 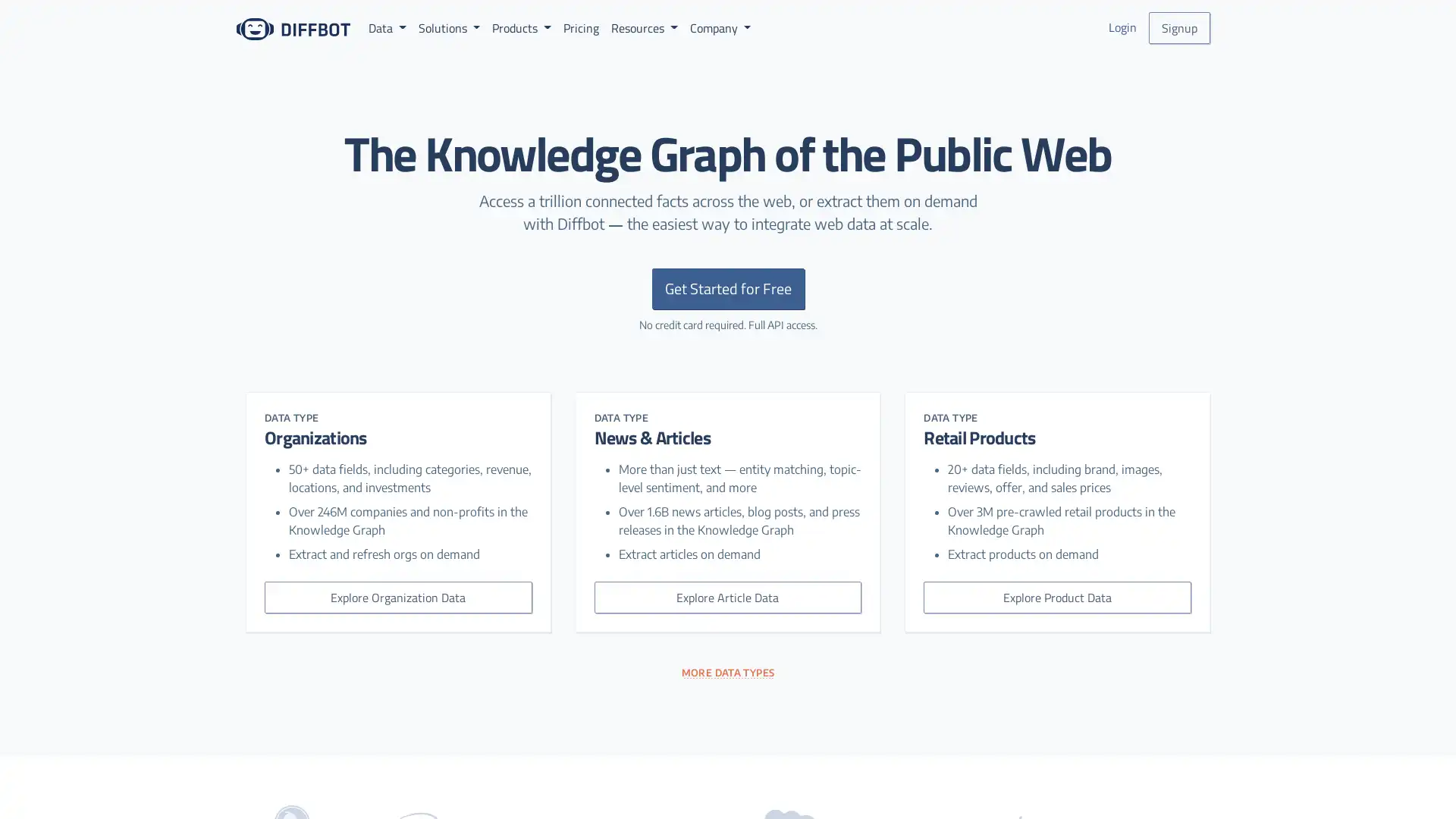 What do you see at coordinates (521, 28) in the screenshot?
I see `Products` at bounding box center [521, 28].